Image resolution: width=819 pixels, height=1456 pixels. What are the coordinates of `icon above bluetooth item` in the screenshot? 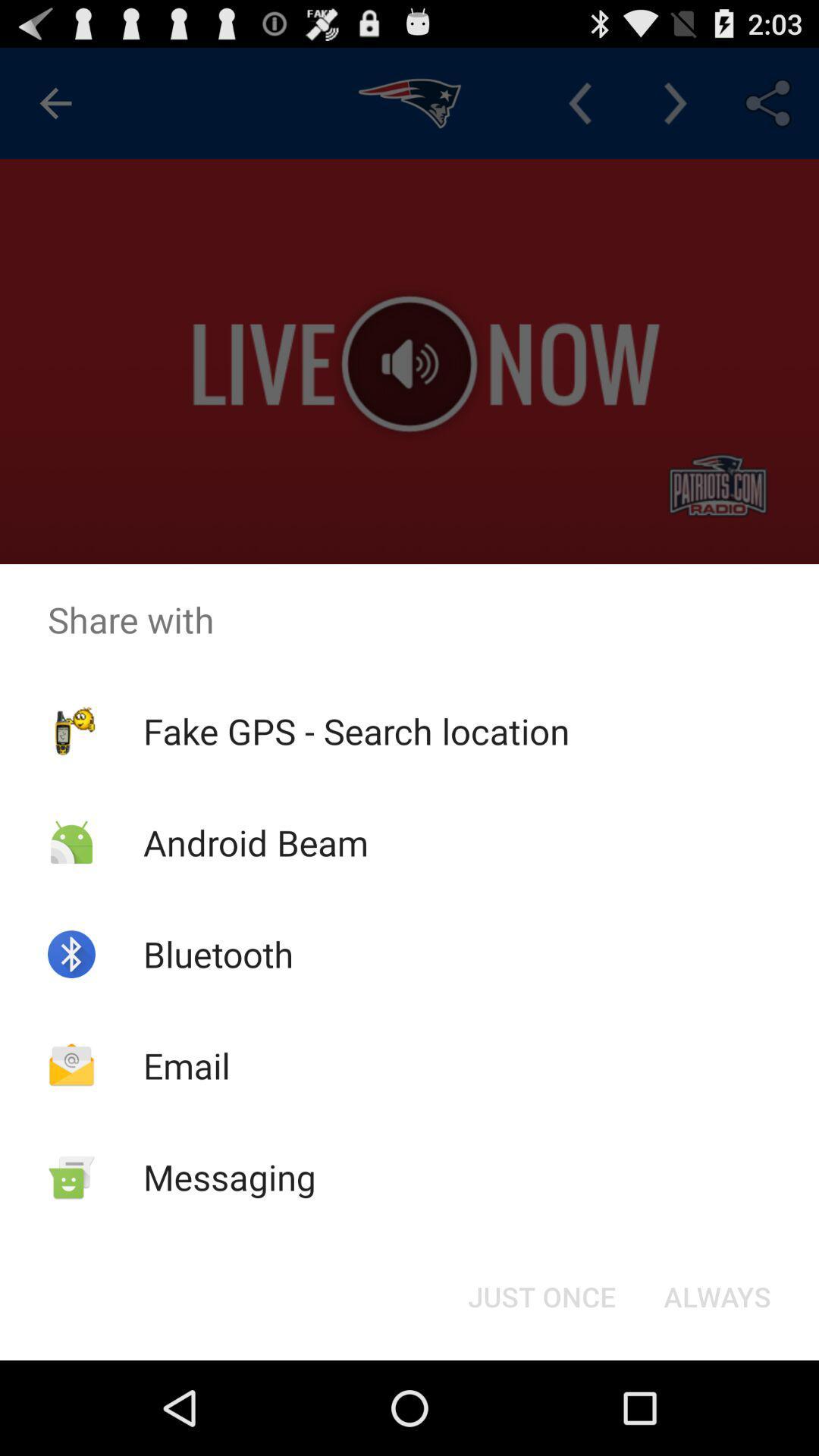 It's located at (255, 842).